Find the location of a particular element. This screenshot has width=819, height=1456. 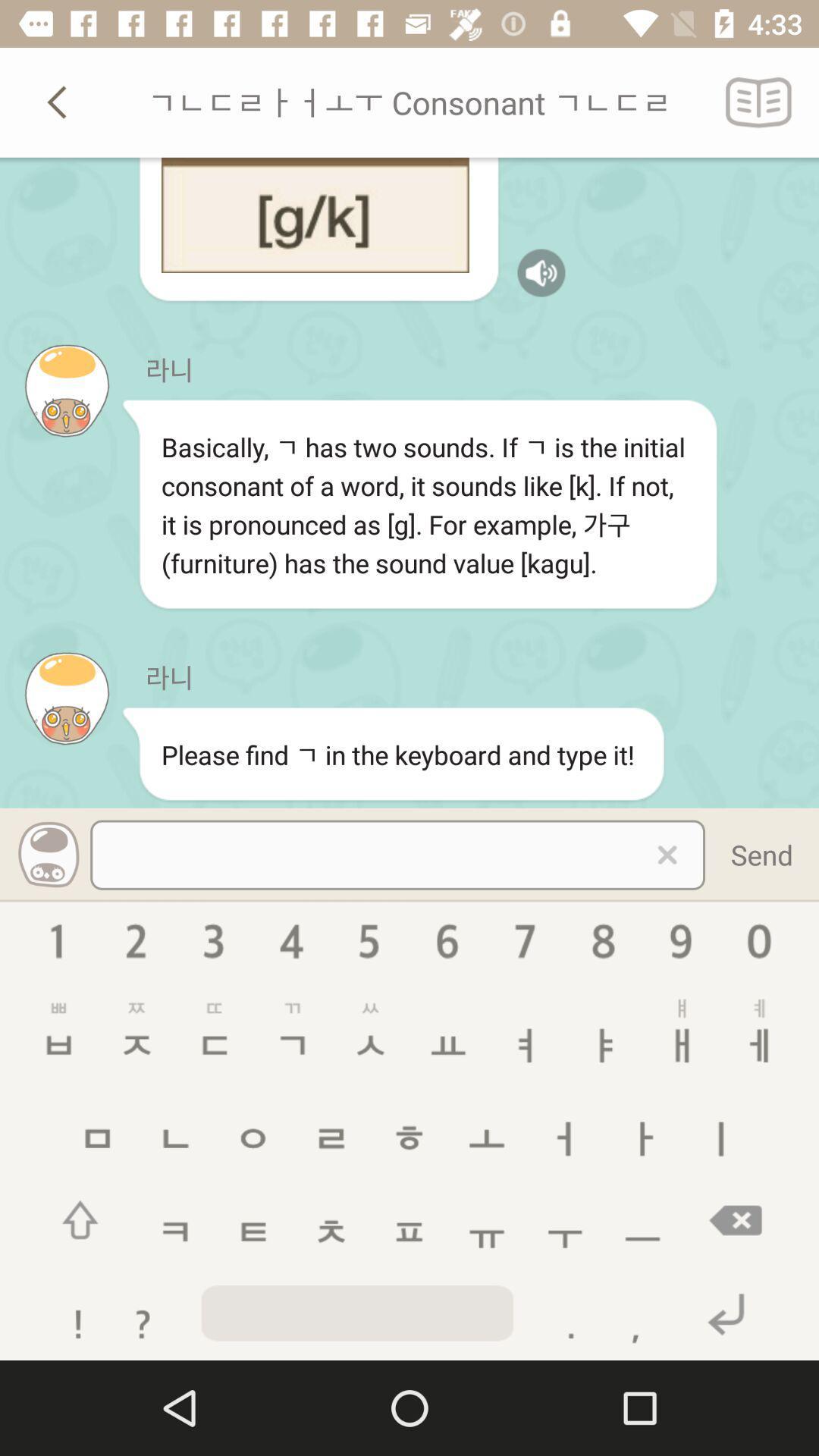

the add icon is located at coordinates (292, 1033).